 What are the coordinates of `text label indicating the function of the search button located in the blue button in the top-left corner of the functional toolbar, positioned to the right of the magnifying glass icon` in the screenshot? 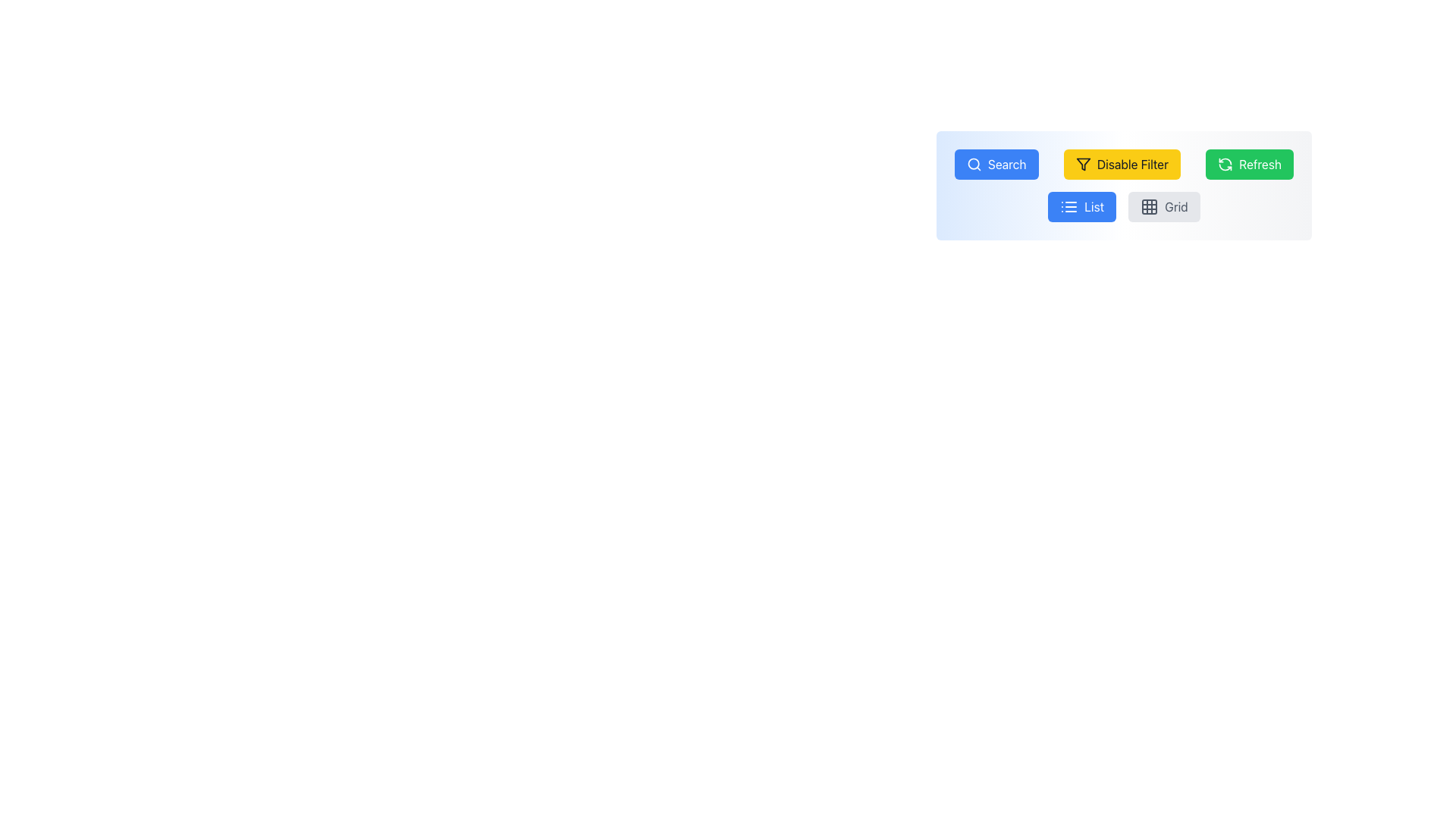 It's located at (1007, 164).